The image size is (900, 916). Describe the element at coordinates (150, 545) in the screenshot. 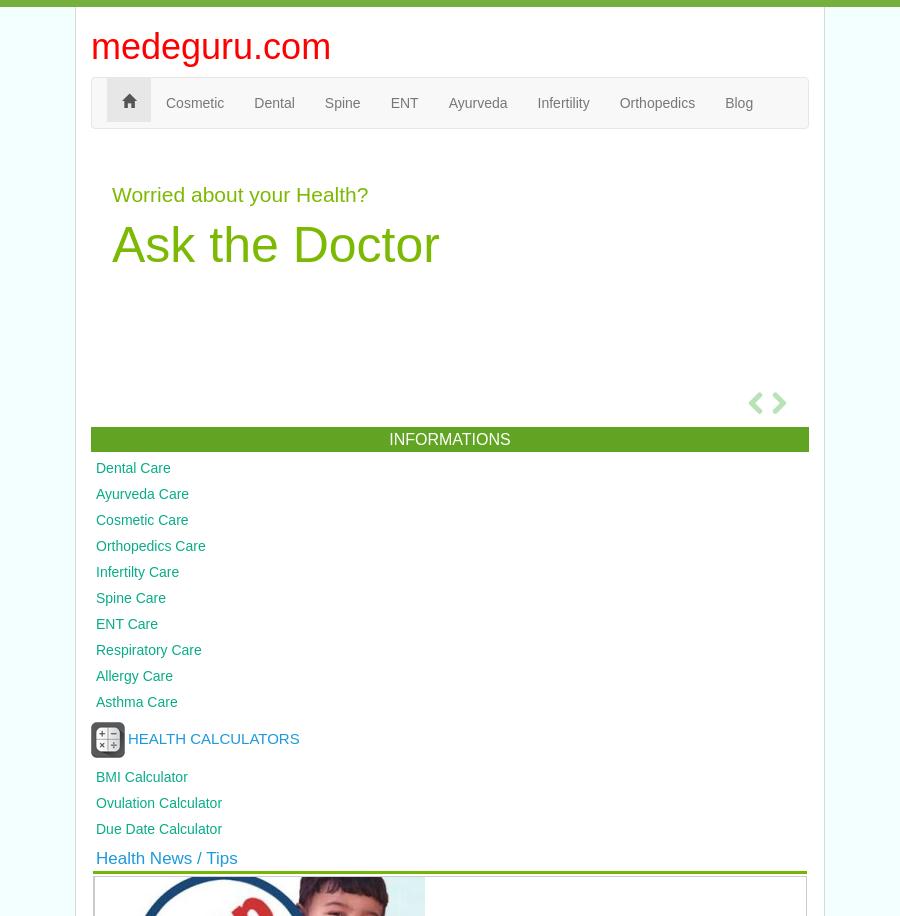

I see `'Orthopedics Care'` at that location.